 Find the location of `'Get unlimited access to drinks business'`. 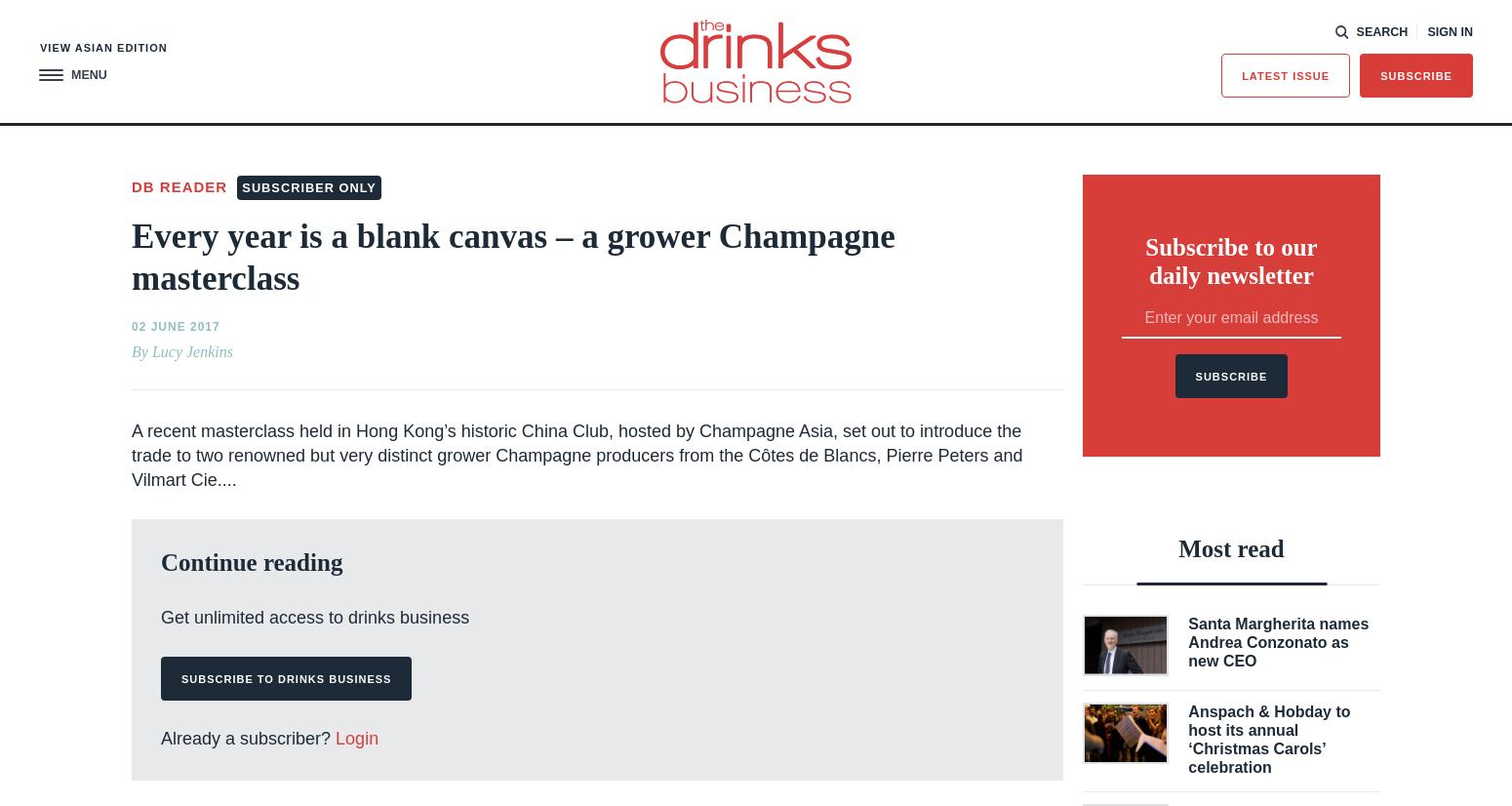

'Get unlimited access to drinks business' is located at coordinates (314, 615).